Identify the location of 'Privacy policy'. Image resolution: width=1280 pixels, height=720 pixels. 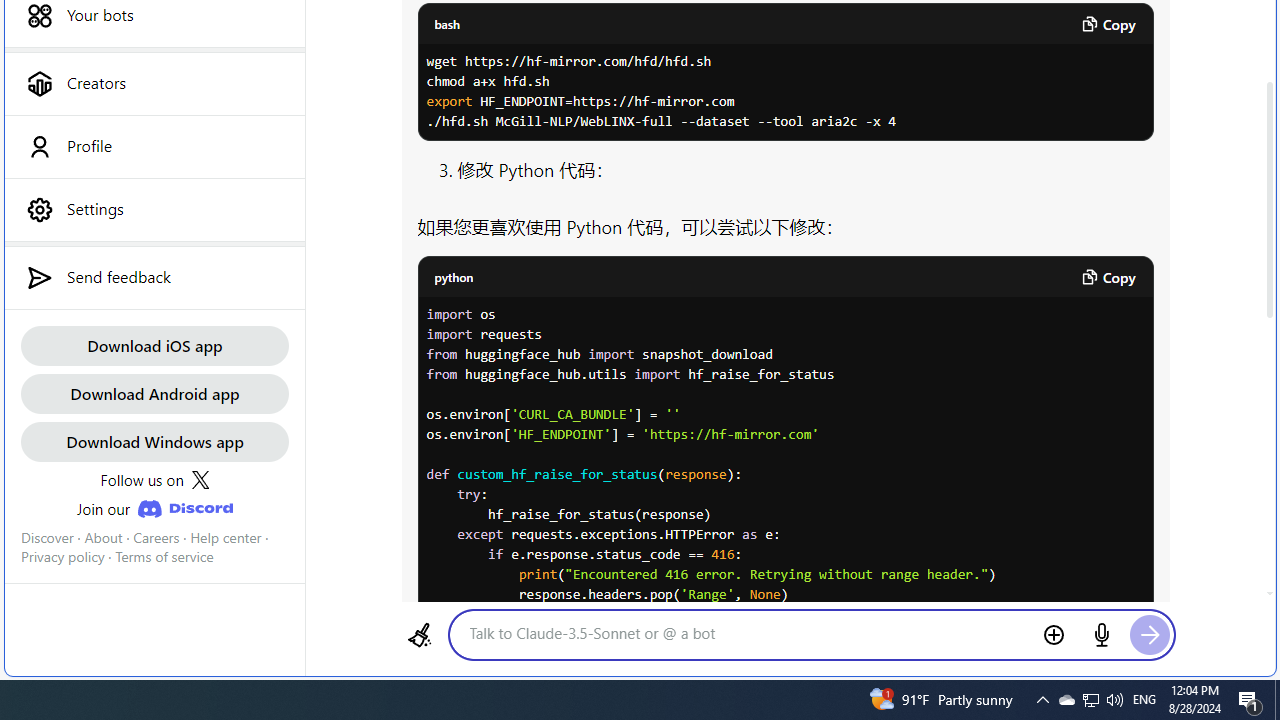
(62, 557).